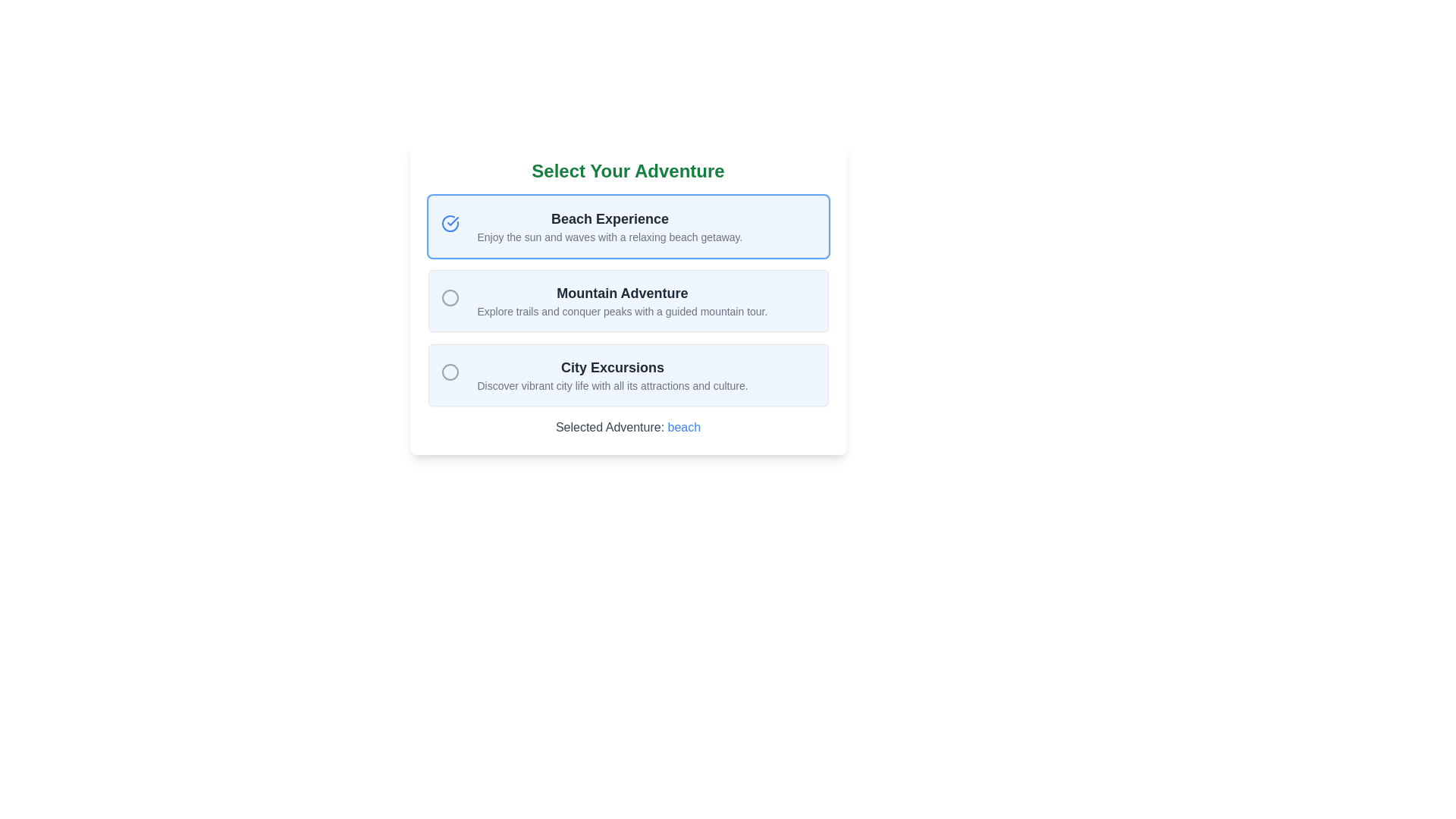  I want to click on the state of the circular blue checkmark icon with a white background that appears in the top-left corner of the 'Beach Experience' selection box, so click(449, 223).